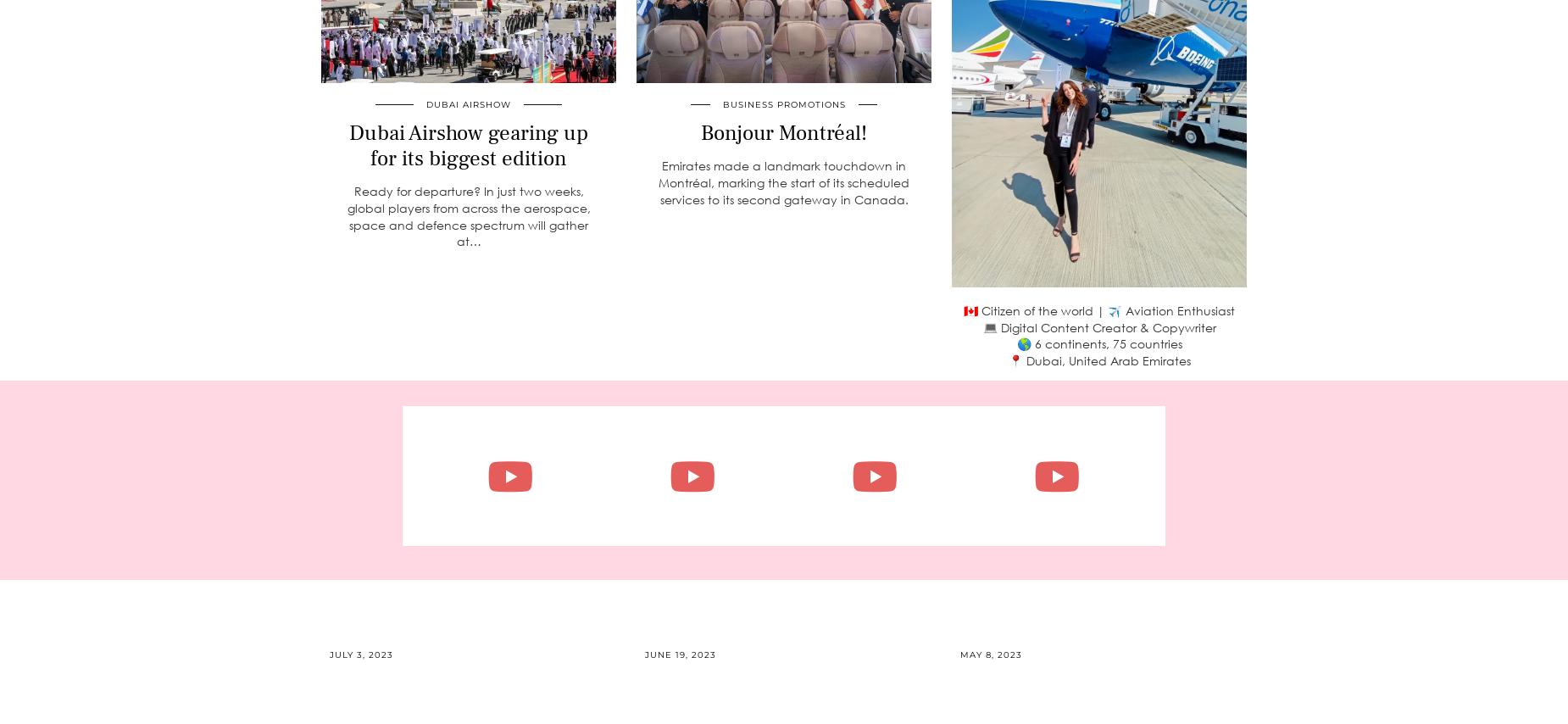 The image size is (1568, 724). I want to click on 'Ready for departure? In just two weeks, global players from across the aerospace, space and defence spectrum will gather at…', so click(468, 214).